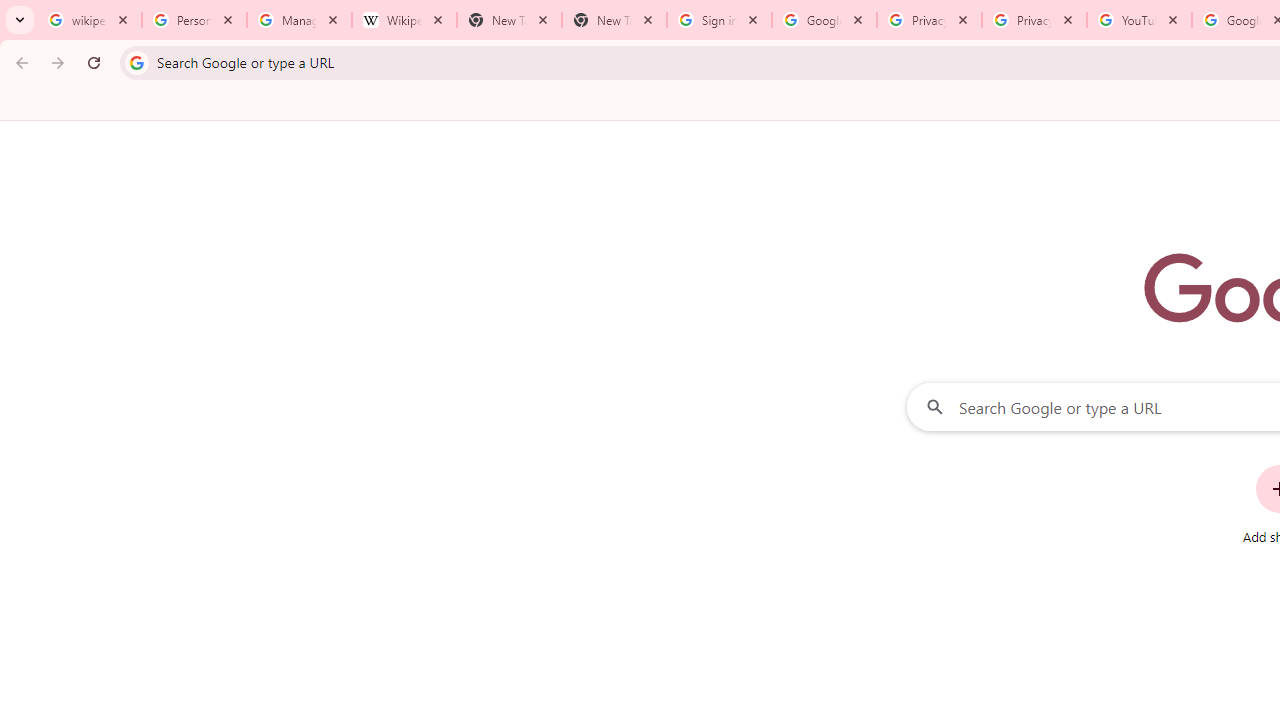 The height and width of the screenshot is (720, 1280). What do you see at coordinates (1139, 20) in the screenshot?
I see `'YouTube'` at bounding box center [1139, 20].